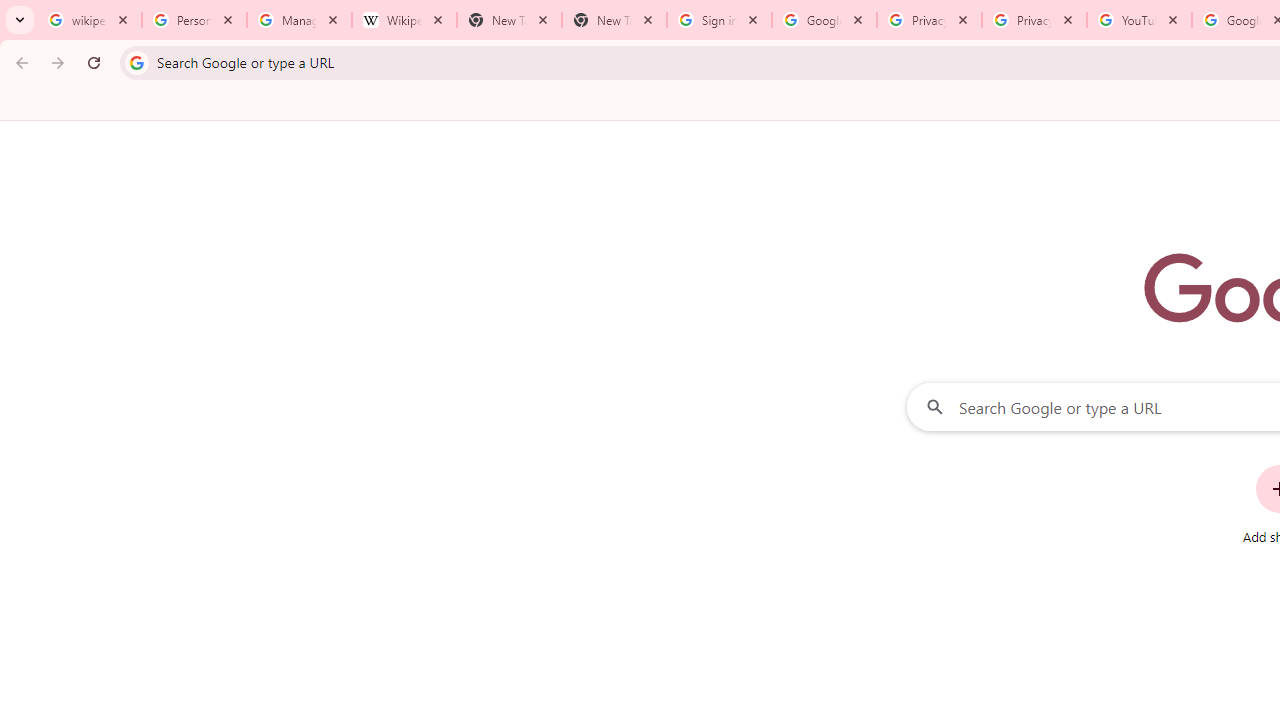 The height and width of the screenshot is (720, 1280). What do you see at coordinates (1139, 20) in the screenshot?
I see `'YouTube'` at bounding box center [1139, 20].